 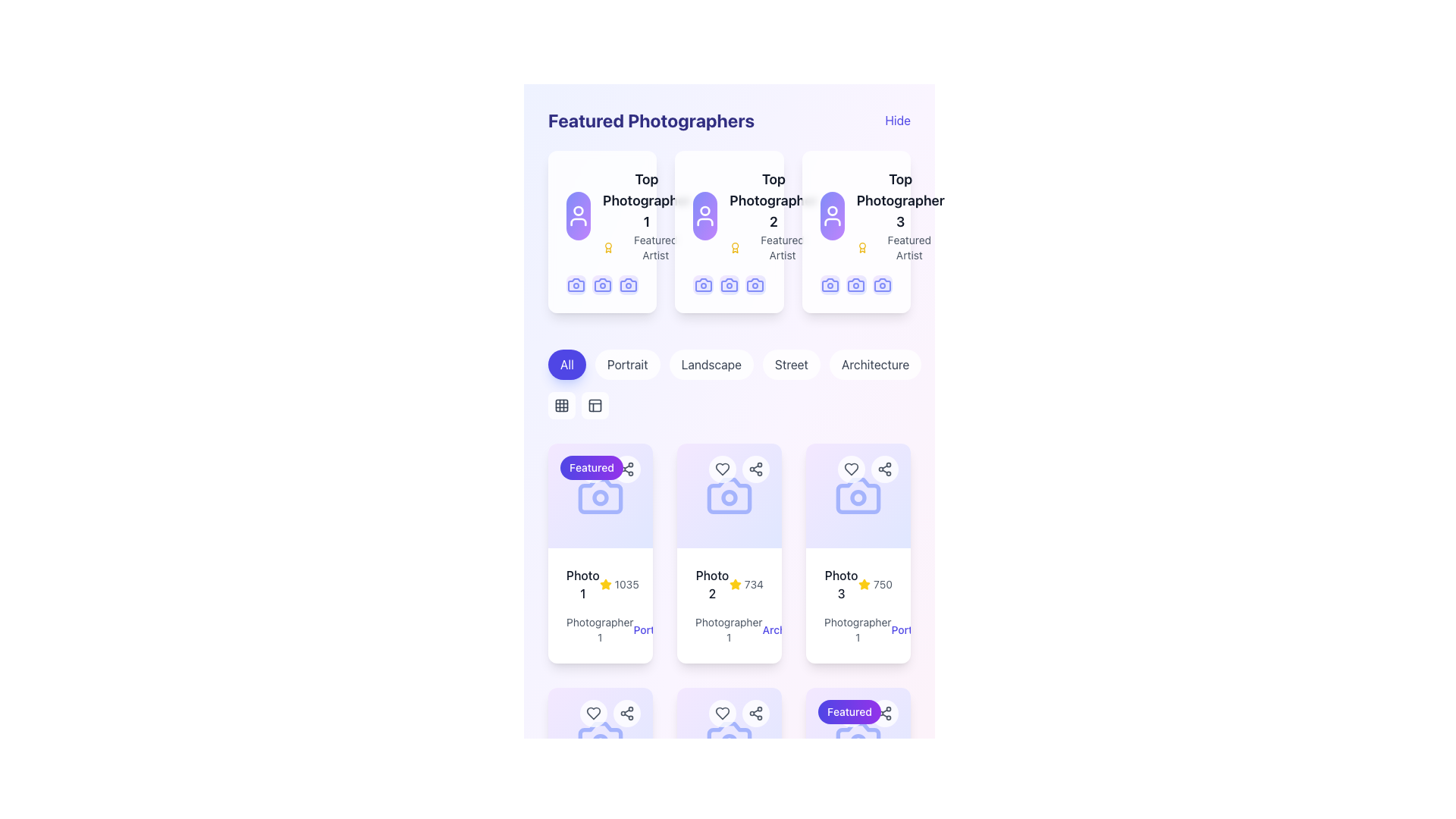 I want to click on the third card in the 'Featured Photographers' section that displays 'Top Photographer 3' and 'Featured Artist' with an award badge icon, so click(x=900, y=216).